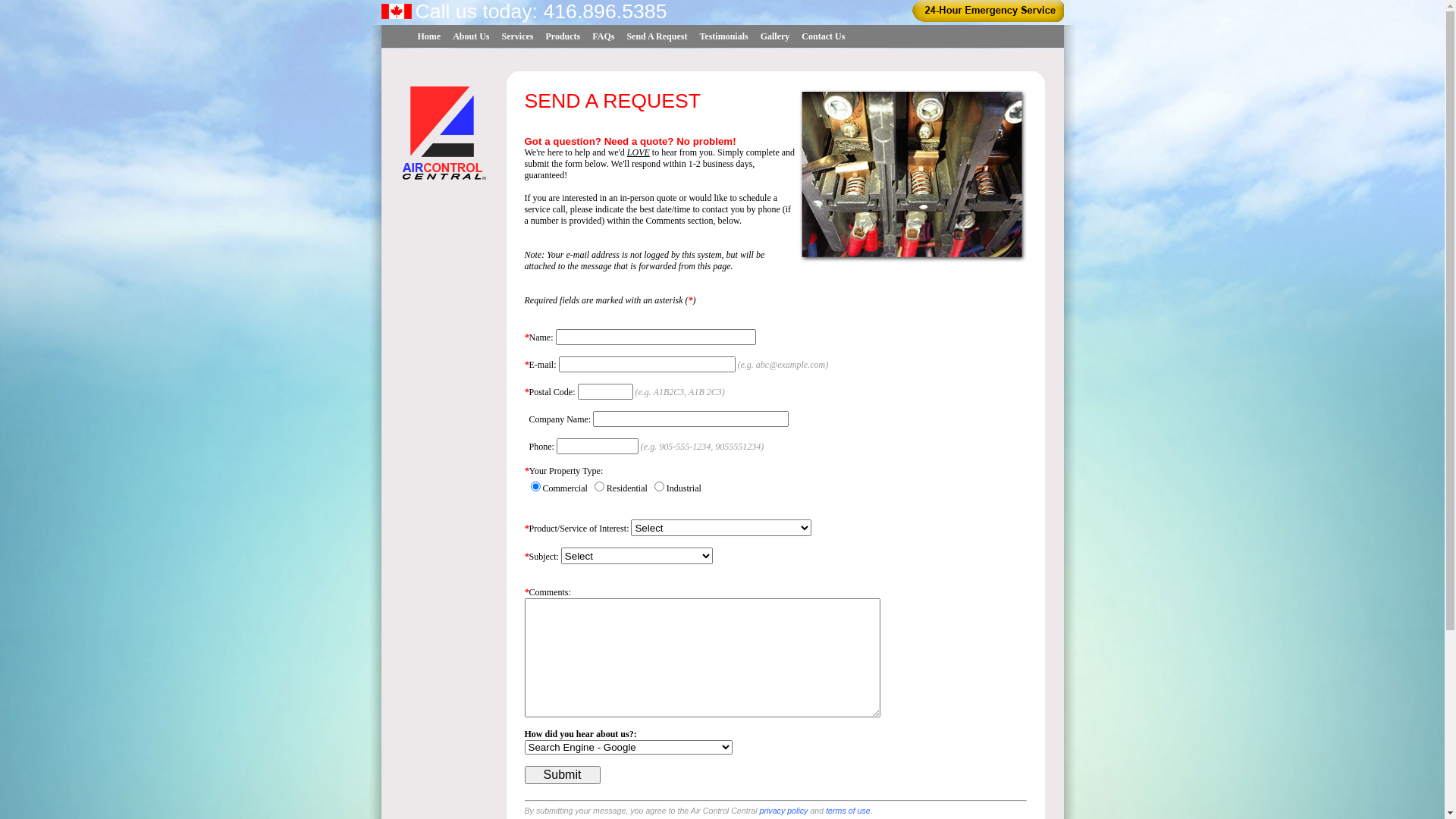 The image size is (1456, 819). What do you see at coordinates (602, 36) in the screenshot?
I see `'FAQs'` at bounding box center [602, 36].